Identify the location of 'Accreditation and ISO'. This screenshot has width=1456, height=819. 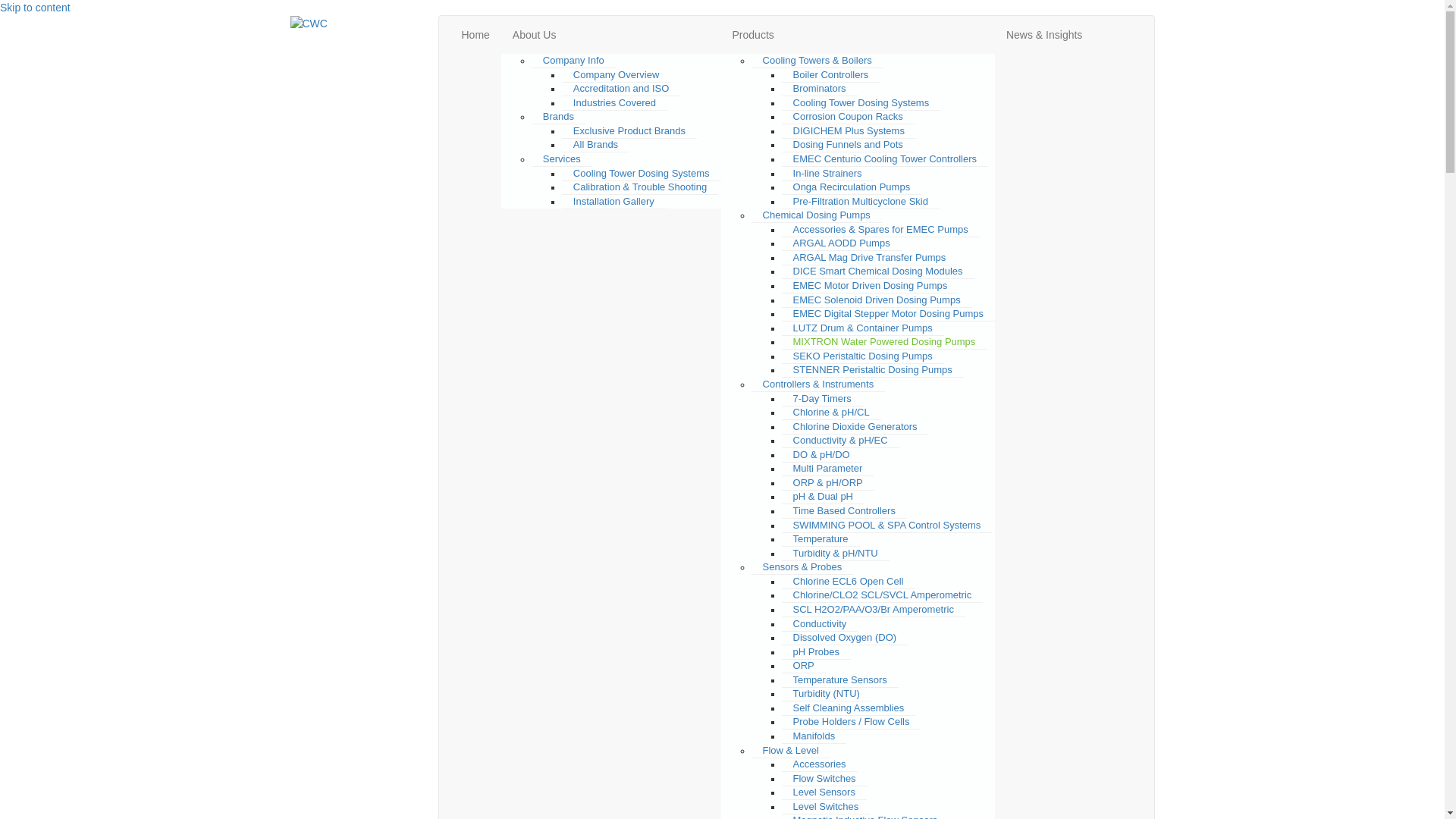
(560, 88).